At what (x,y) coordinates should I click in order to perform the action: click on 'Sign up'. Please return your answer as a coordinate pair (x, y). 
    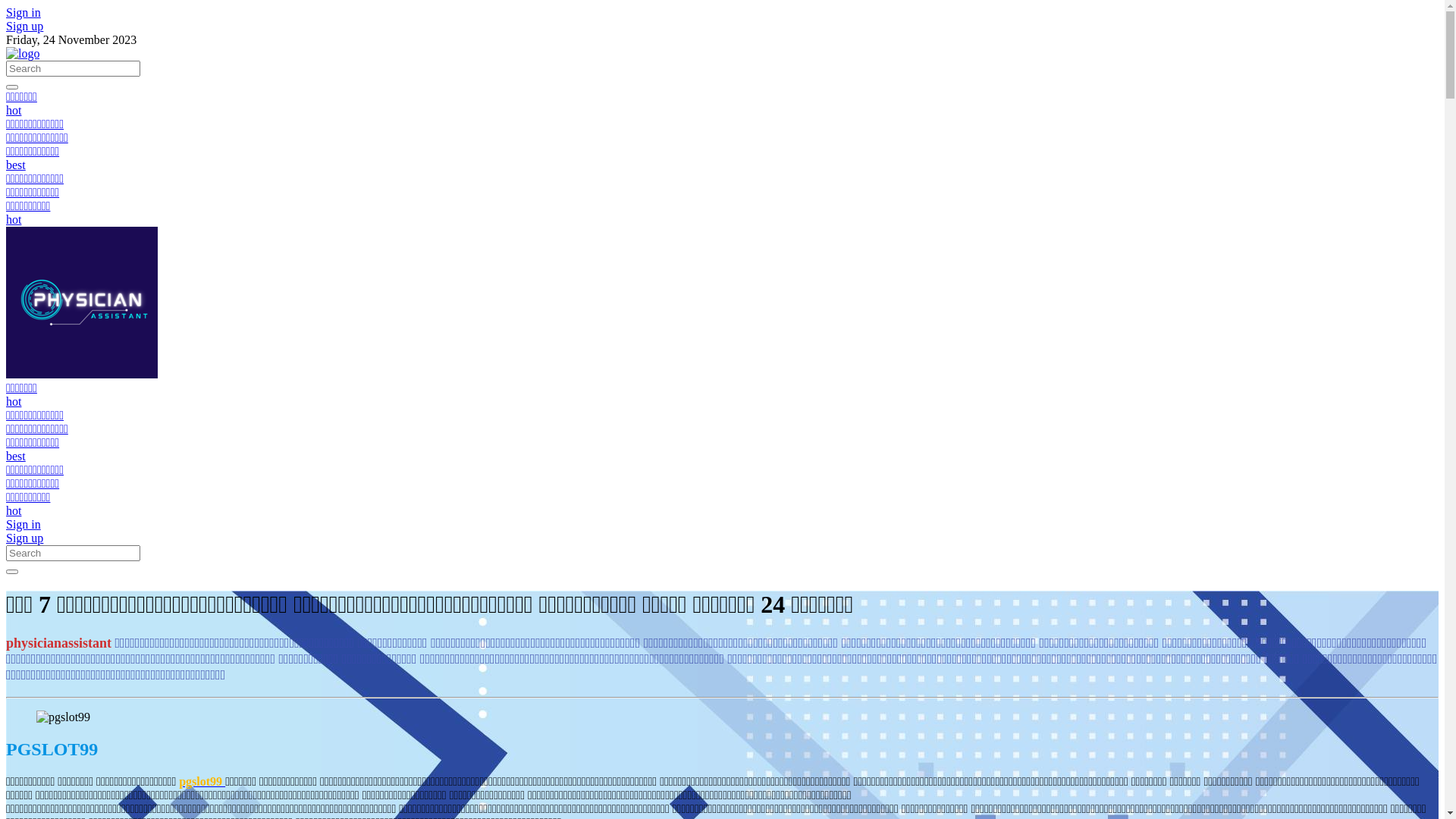
    Looking at the image, I should click on (24, 537).